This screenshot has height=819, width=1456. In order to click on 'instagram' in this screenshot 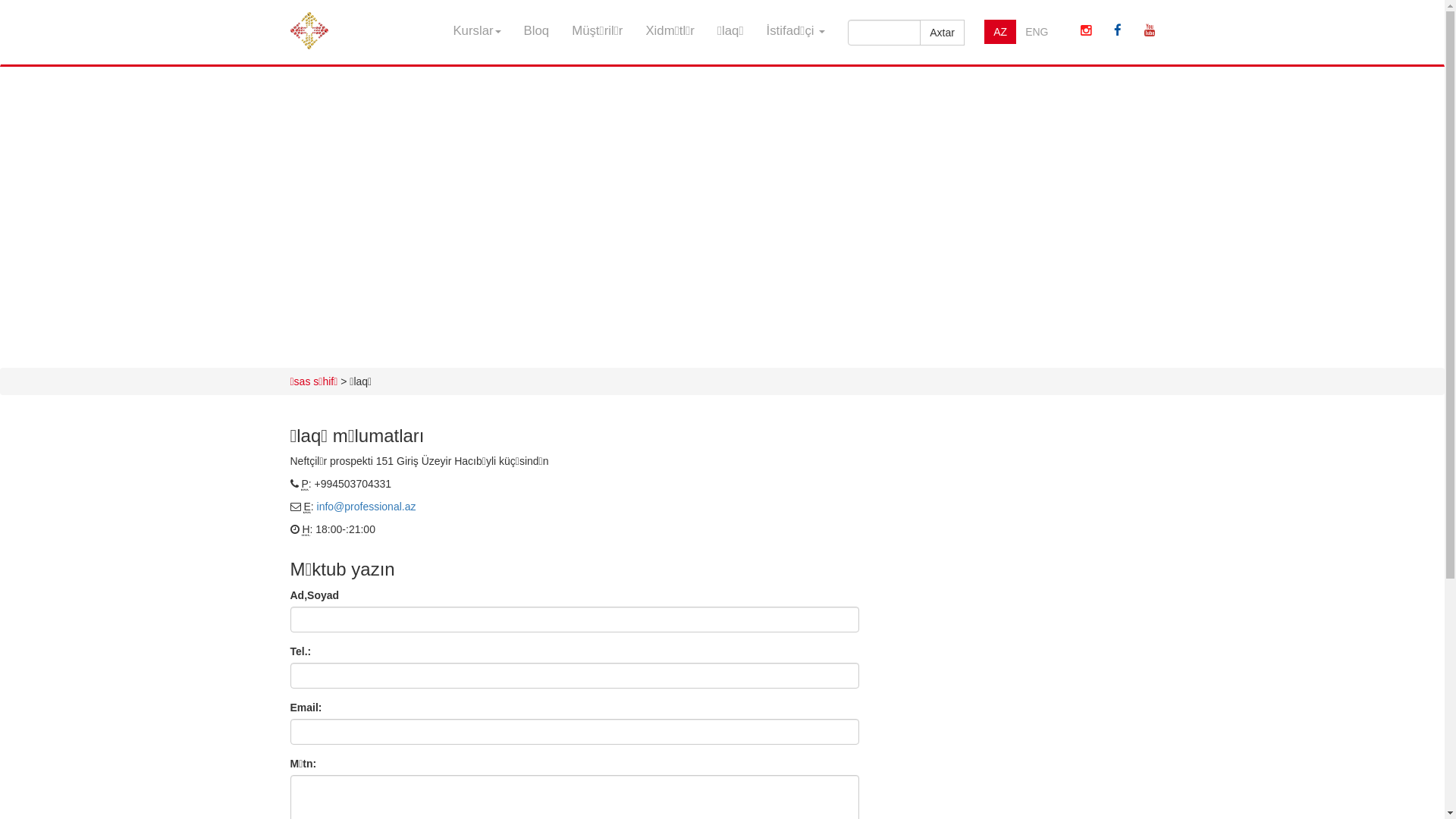, I will do `click(1084, 31)`.